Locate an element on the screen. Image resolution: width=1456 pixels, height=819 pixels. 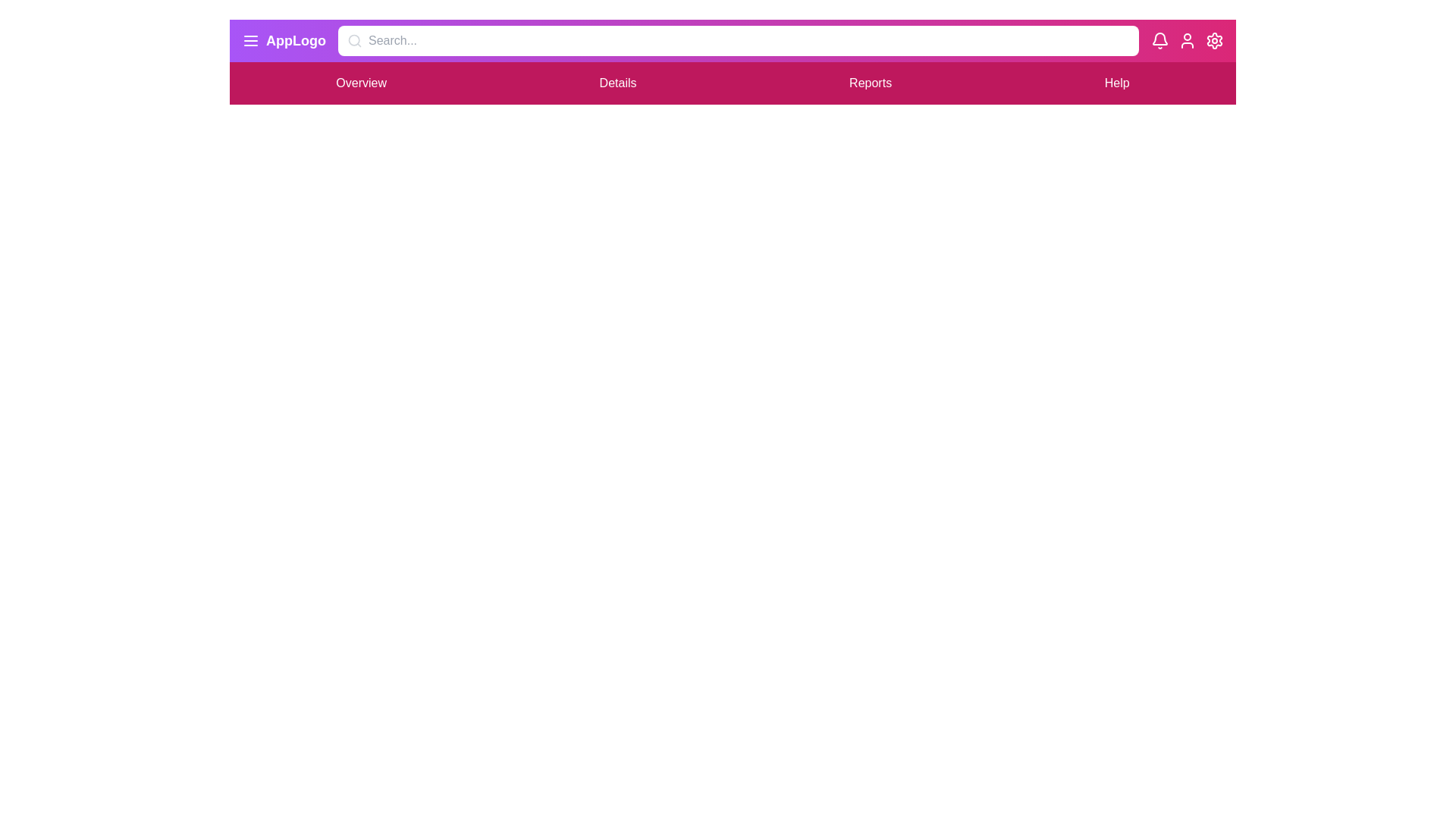
the menu item Reports to navigate is located at coordinates (871, 83).